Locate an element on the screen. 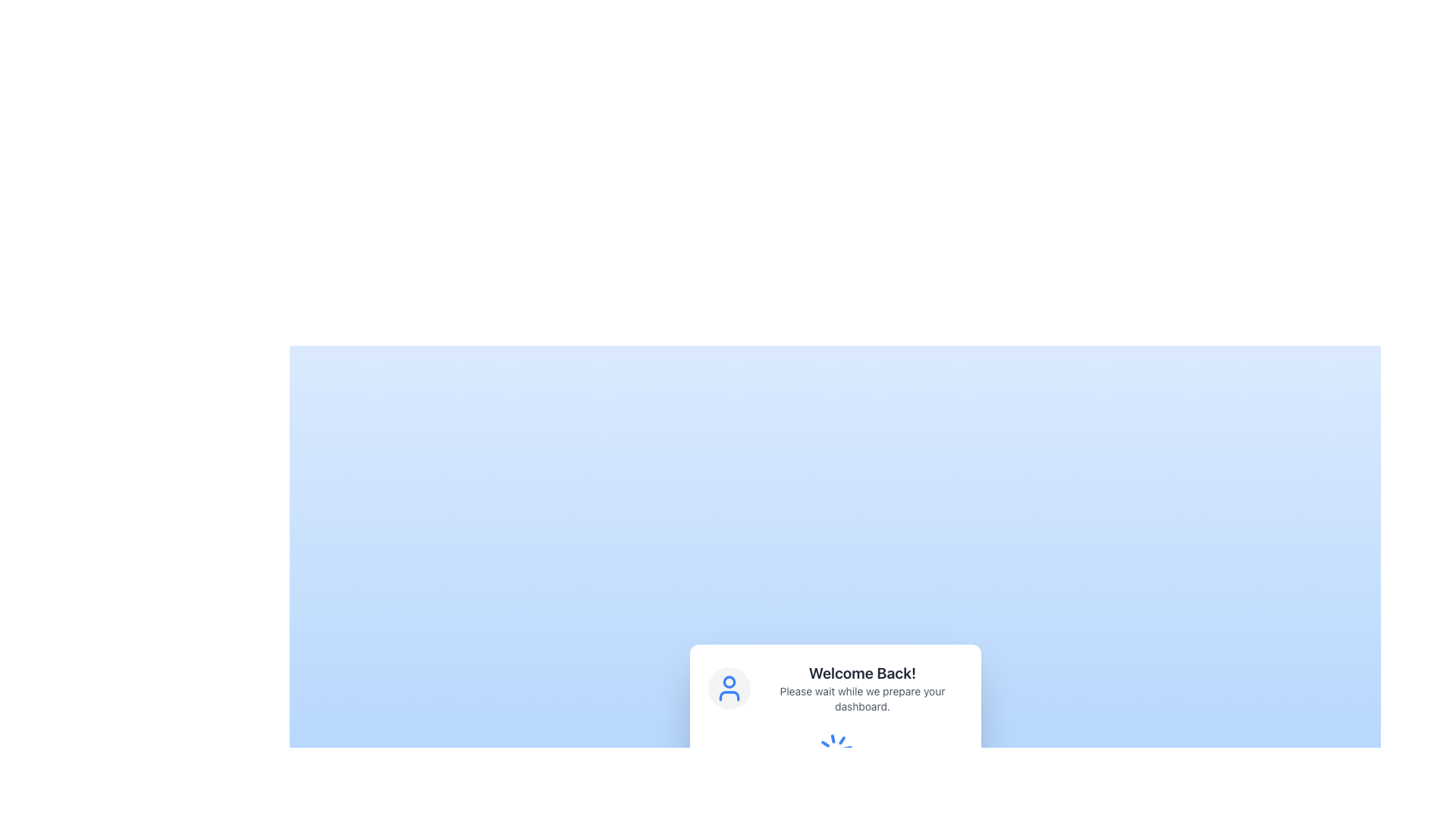 The image size is (1456, 819). the Text Display element that serves as an introductory informational message welcoming the user and indicating that their dashboard is being prepared is located at coordinates (862, 688).